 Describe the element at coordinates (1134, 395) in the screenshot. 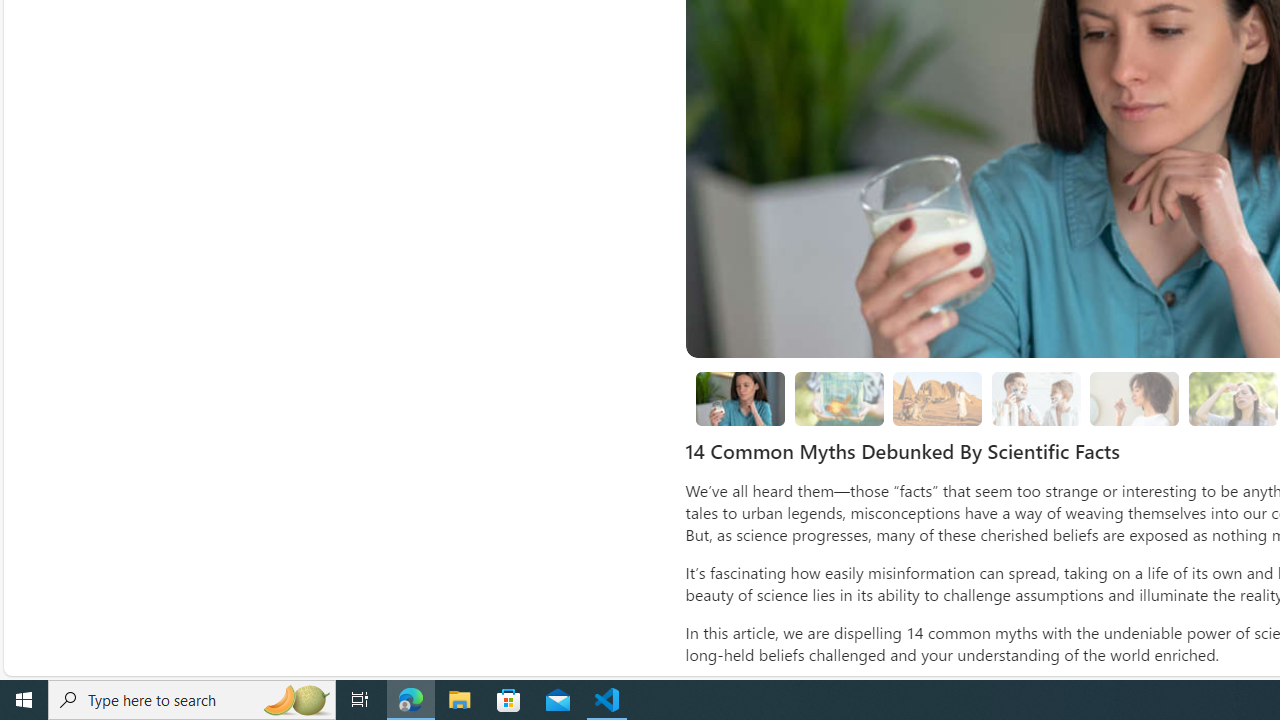

I see `'Class: progress'` at that location.